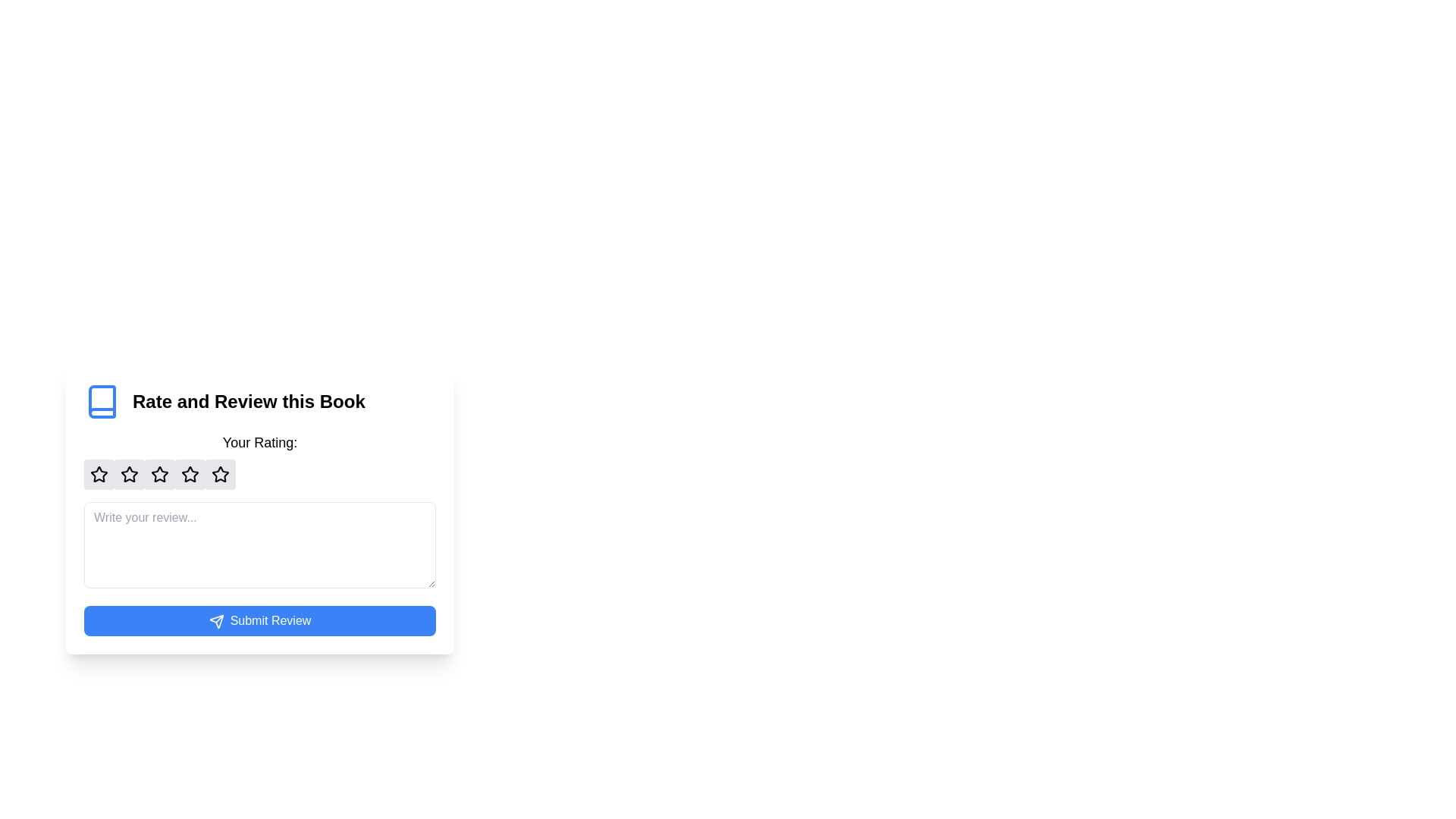  Describe the element at coordinates (130, 473) in the screenshot. I see `the second star icon in the rating component` at that location.